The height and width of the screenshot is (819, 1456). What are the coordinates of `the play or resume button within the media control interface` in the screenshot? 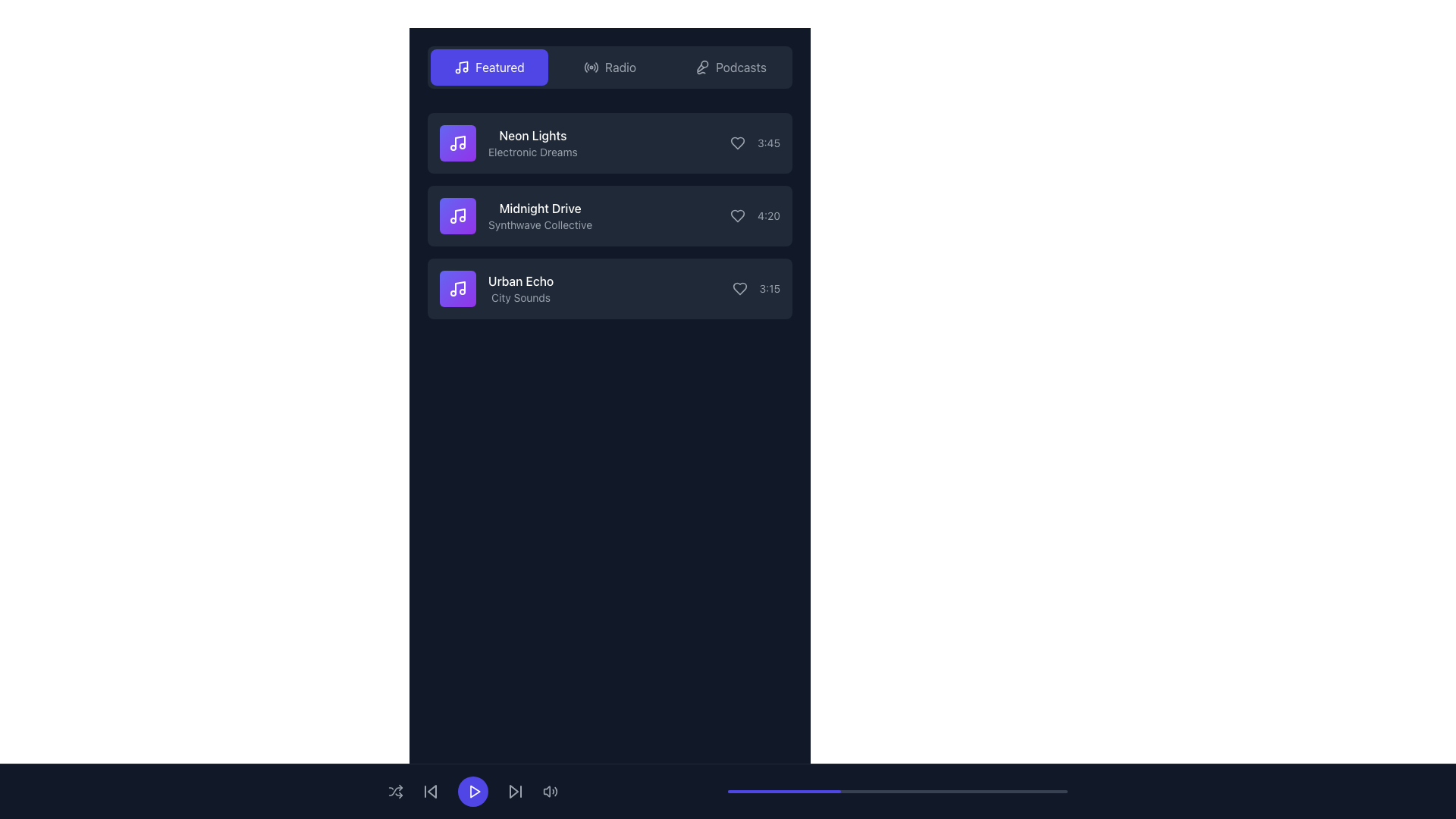 It's located at (474, 791).